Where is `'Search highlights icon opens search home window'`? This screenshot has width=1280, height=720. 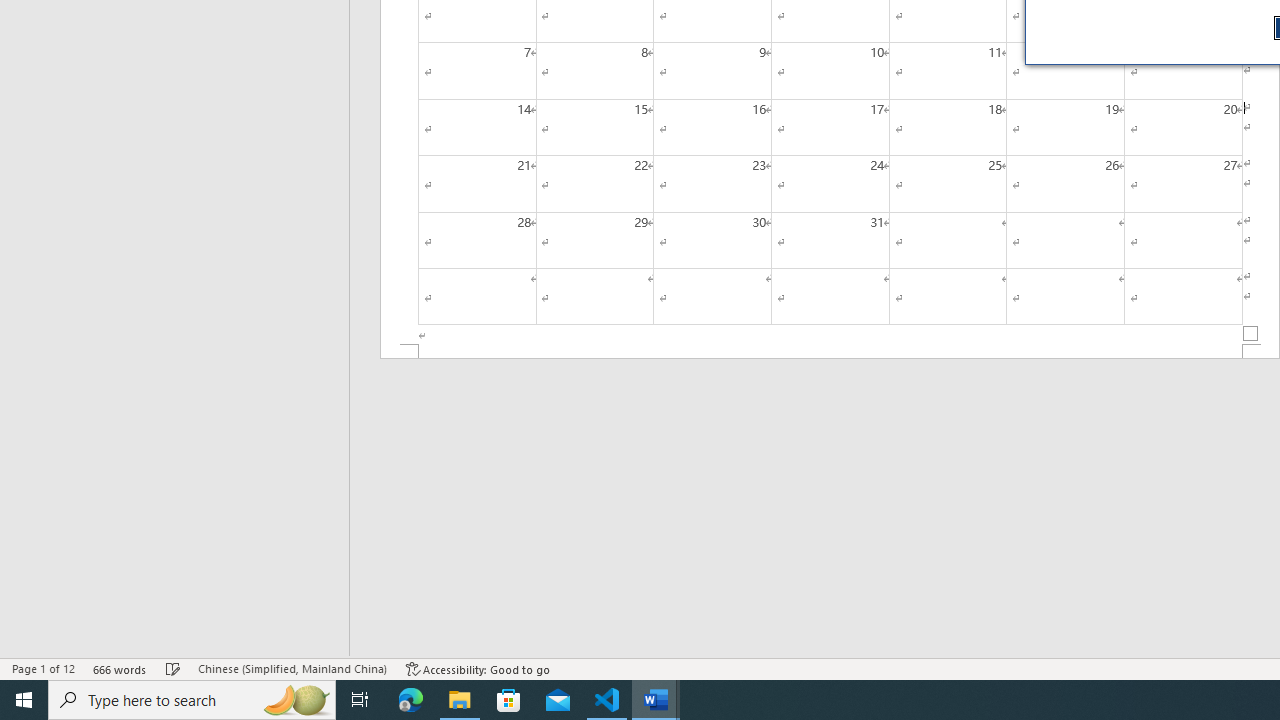
'Search highlights icon opens search home window' is located at coordinates (294, 698).